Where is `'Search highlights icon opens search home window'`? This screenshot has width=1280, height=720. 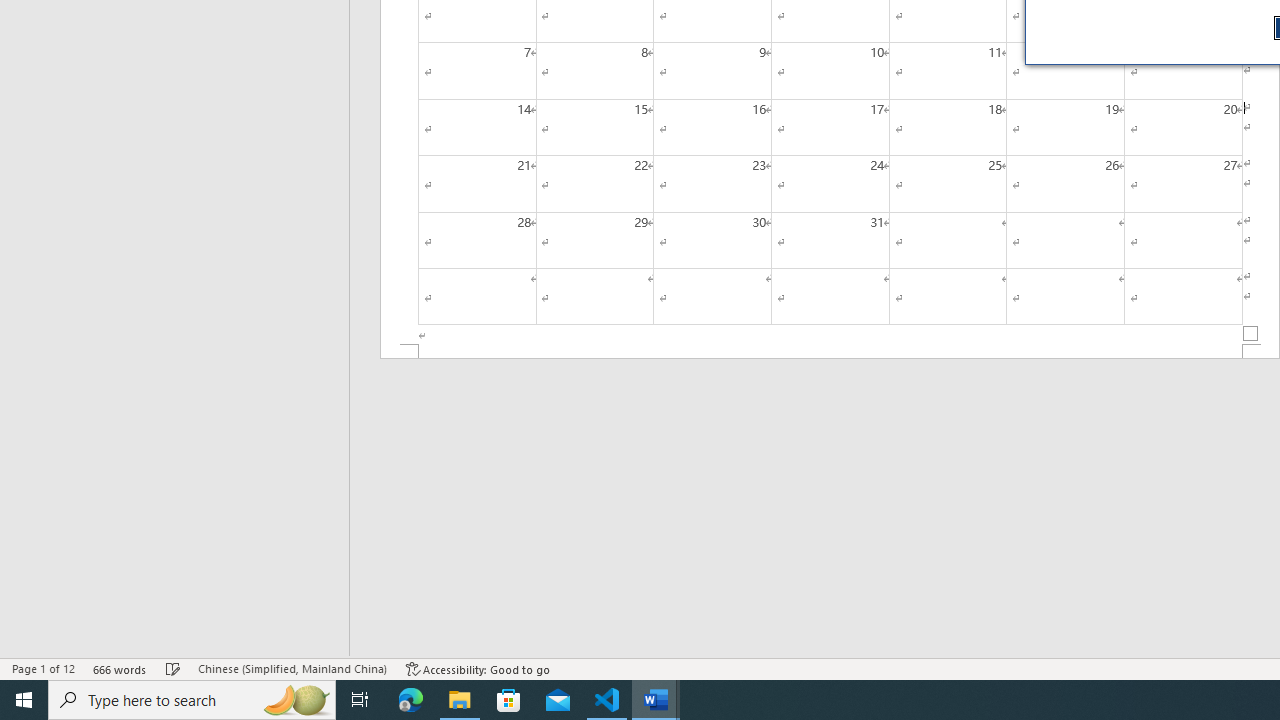
'Search highlights icon opens search home window' is located at coordinates (294, 698).